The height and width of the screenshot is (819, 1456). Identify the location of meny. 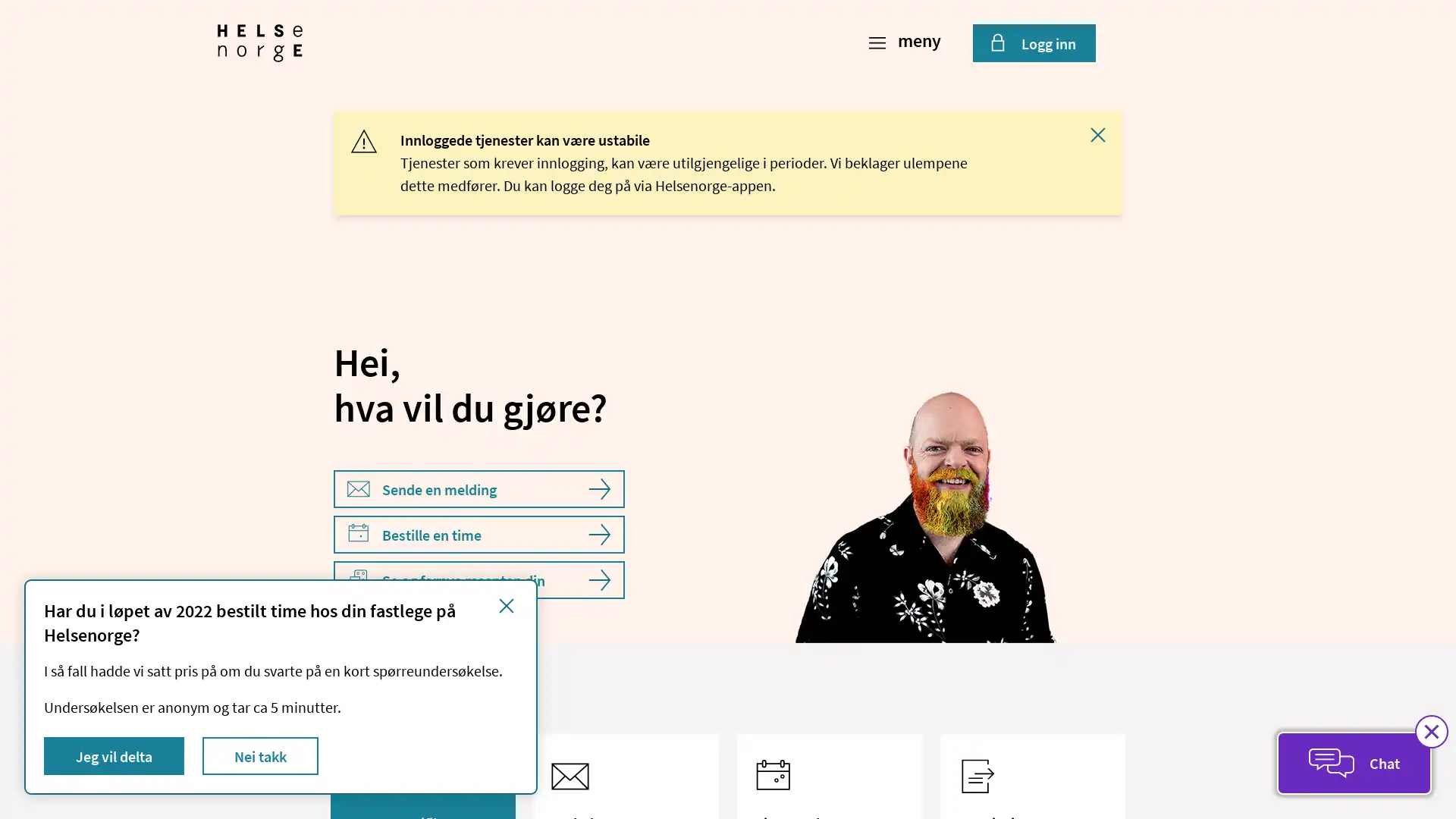
(906, 42).